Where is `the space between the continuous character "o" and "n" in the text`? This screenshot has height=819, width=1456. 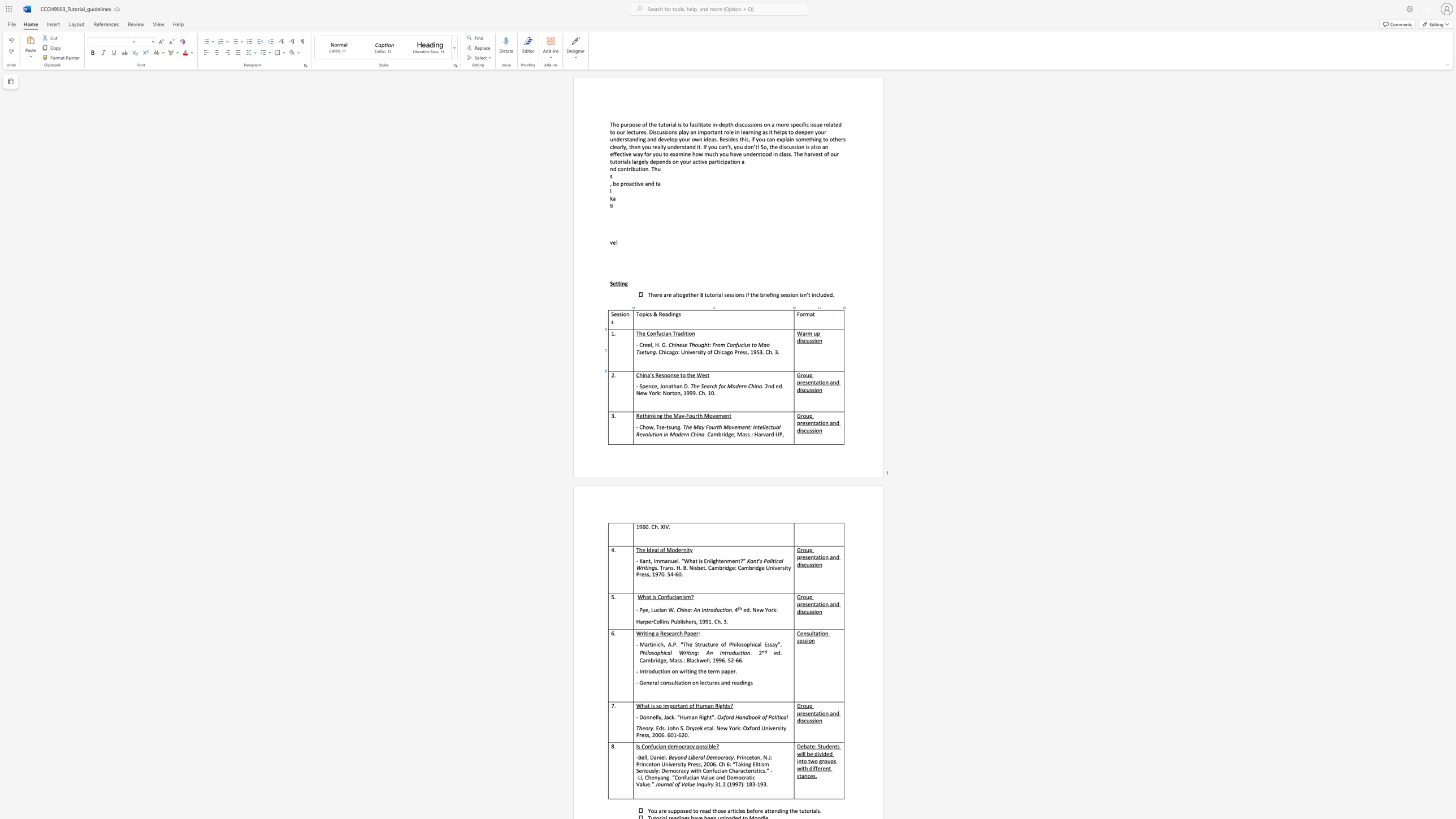
the space between the continuous character "o" and "n" in the text is located at coordinates (665, 385).